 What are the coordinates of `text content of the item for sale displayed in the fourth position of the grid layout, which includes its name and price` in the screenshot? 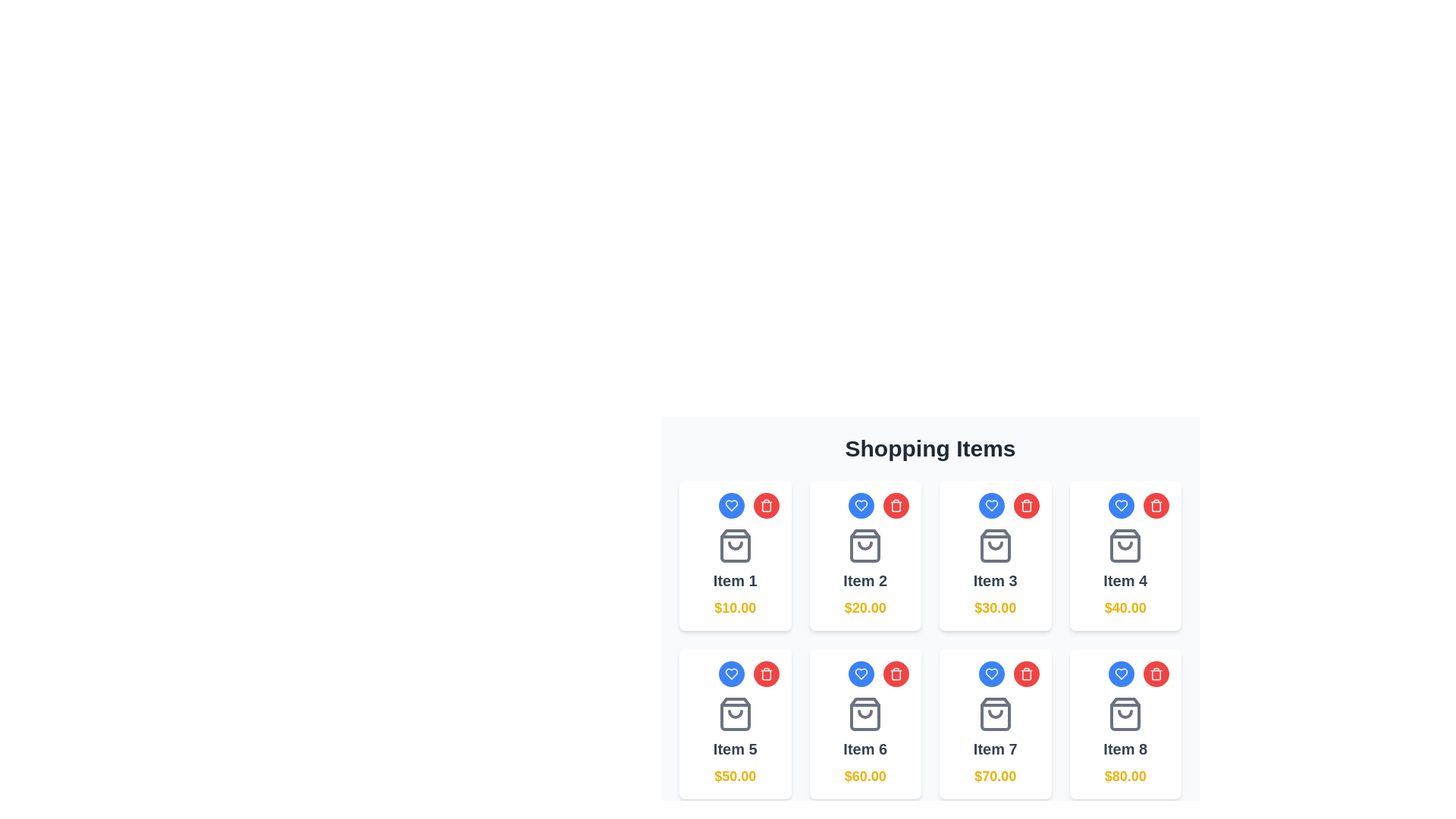 It's located at (1125, 573).